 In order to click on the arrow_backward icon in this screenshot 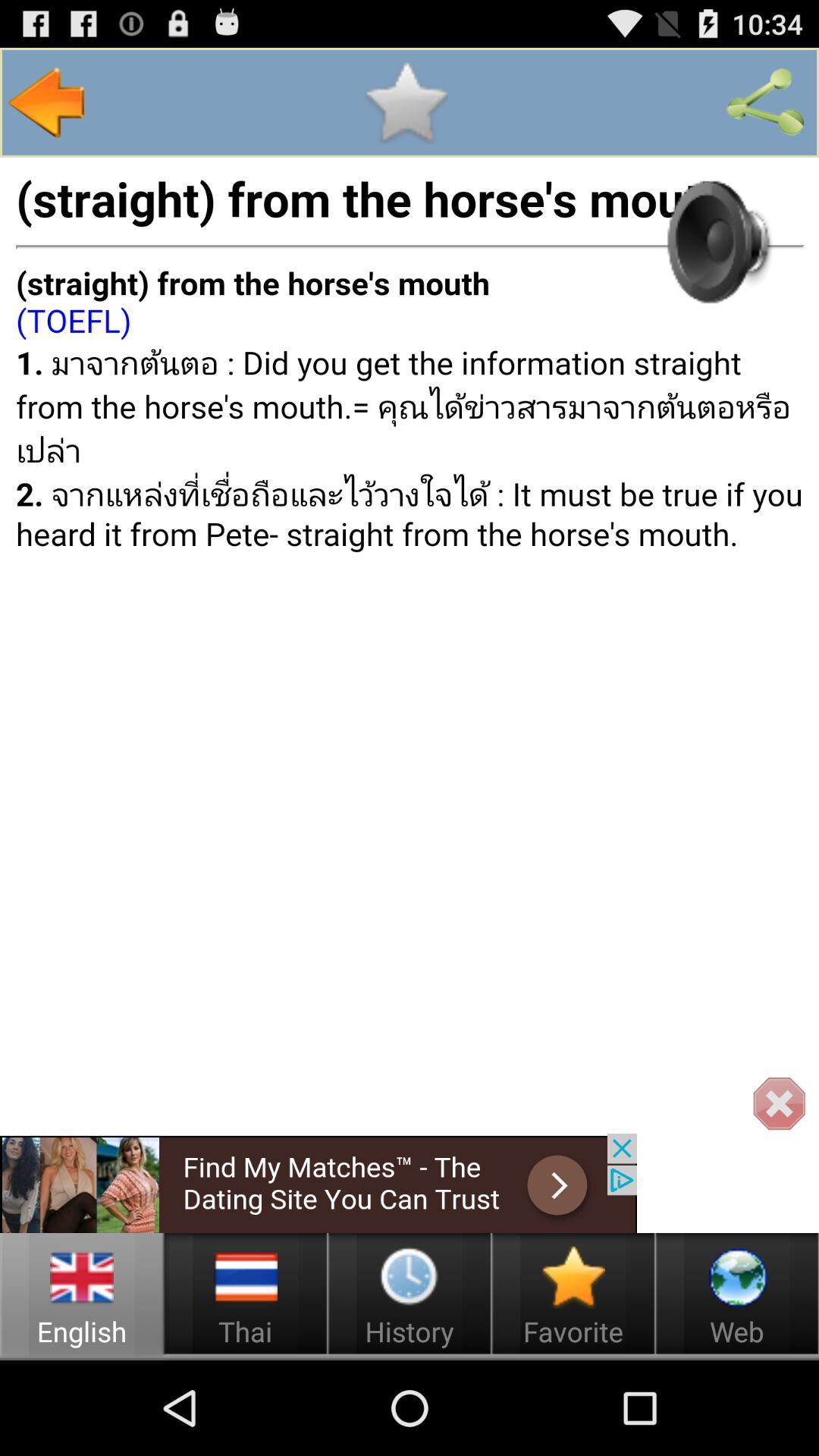, I will do `click(46, 108)`.